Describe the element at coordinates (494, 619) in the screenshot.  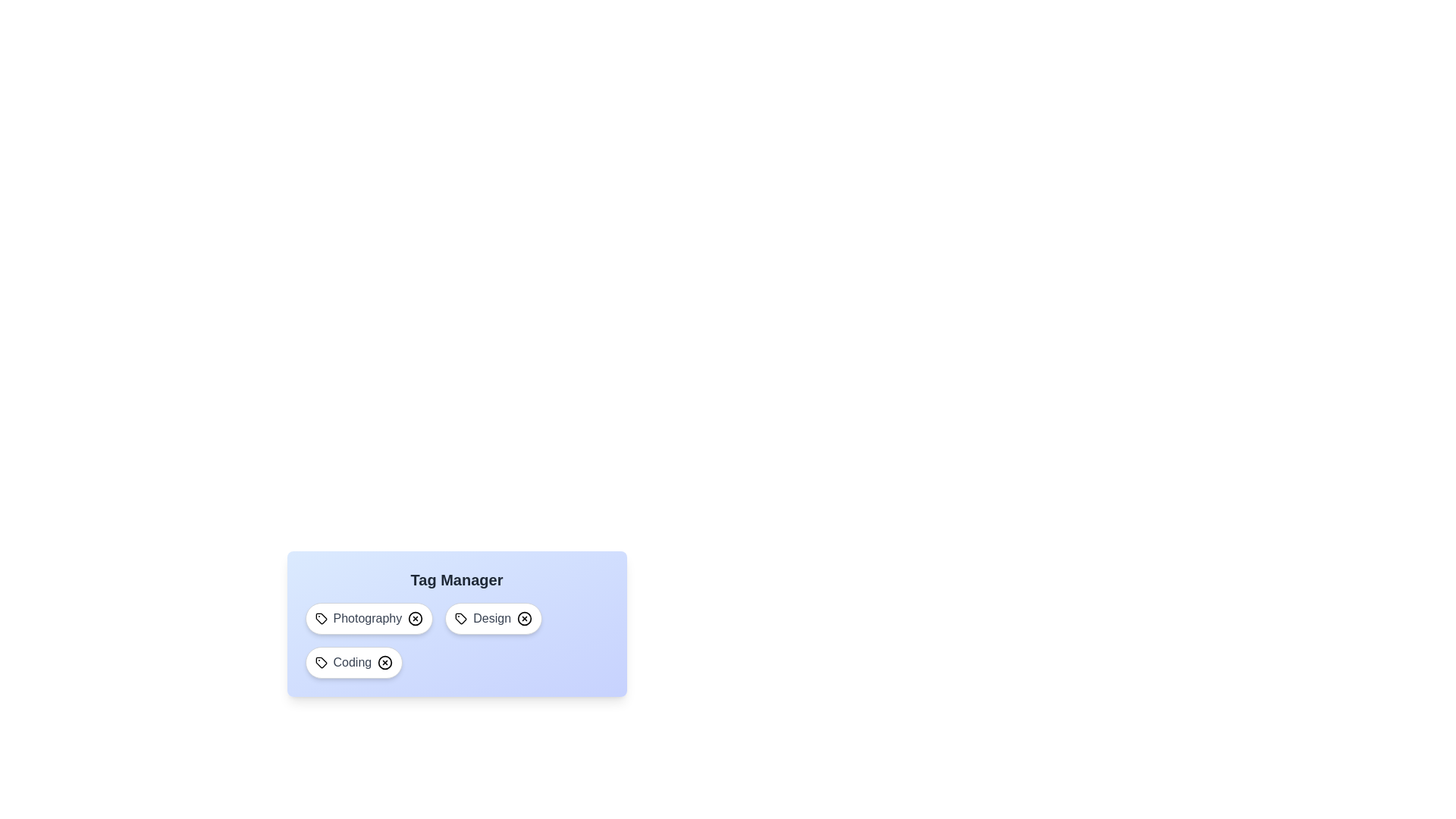
I see `the tag labeled Design` at that location.